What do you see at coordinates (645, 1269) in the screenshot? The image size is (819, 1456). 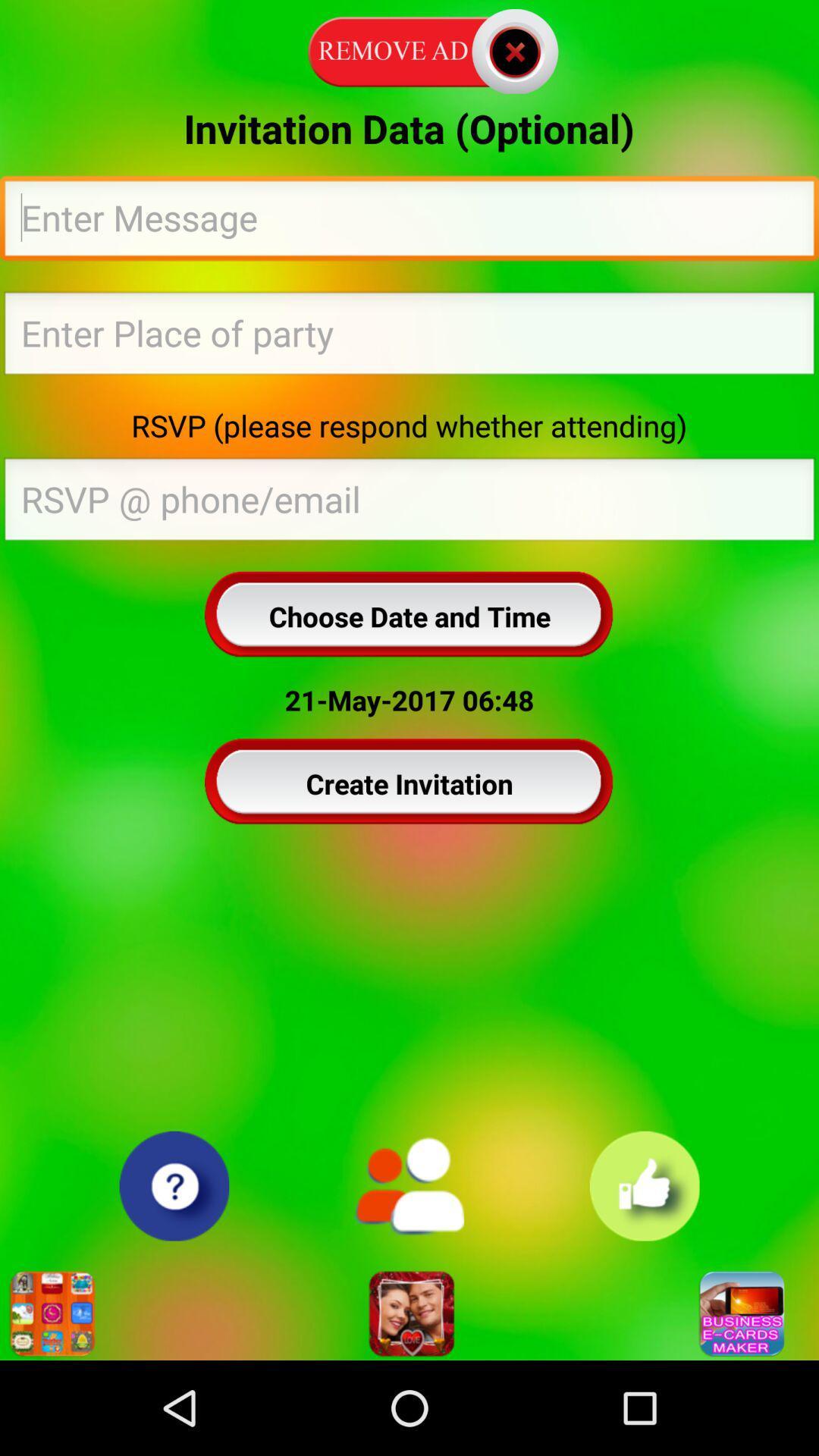 I see `the thumbs_up icon` at bounding box center [645, 1269].